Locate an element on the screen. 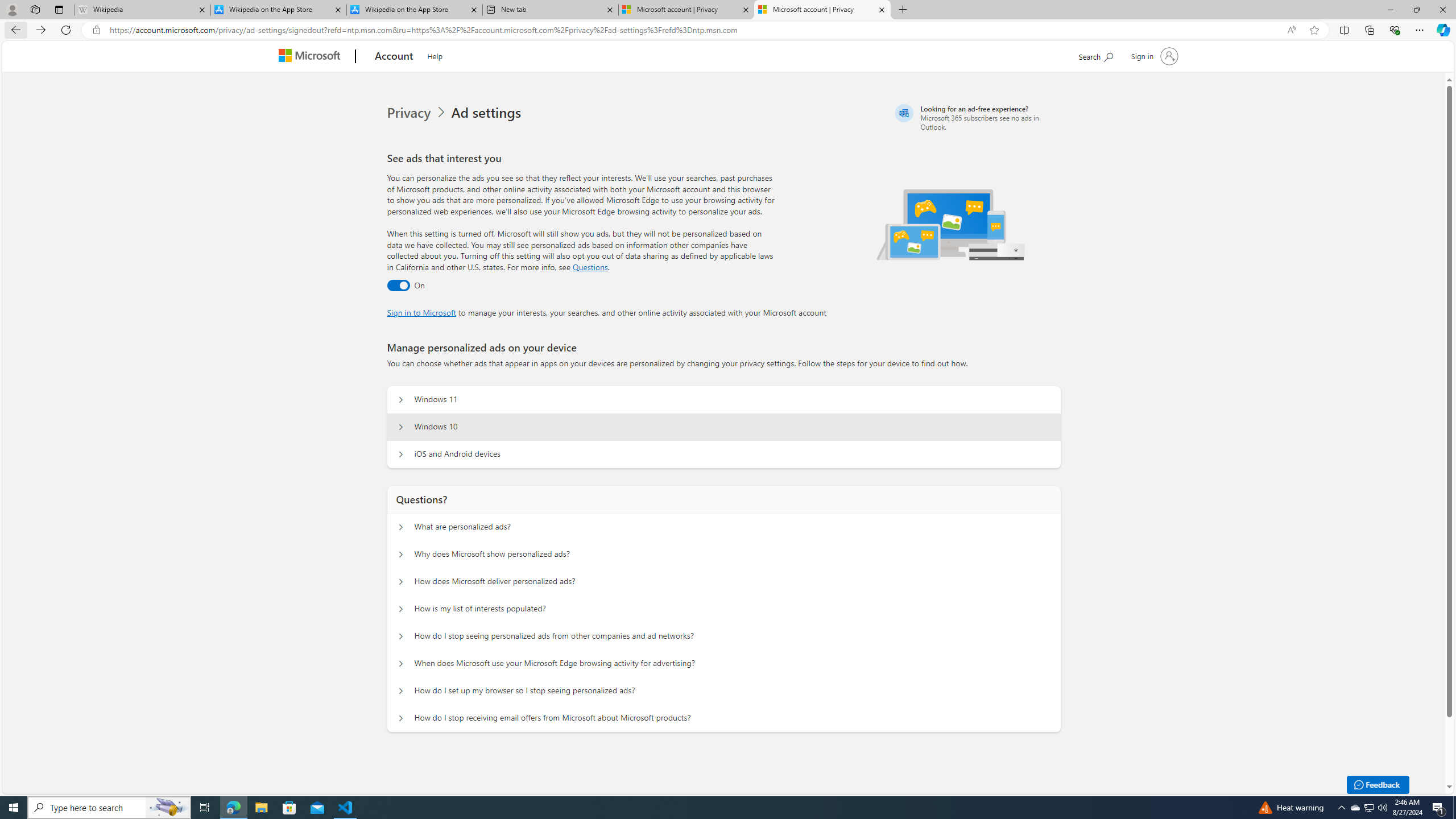 The width and height of the screenshot is (1456, 819). 'Workspaces' is located at coordinates (35, 9).